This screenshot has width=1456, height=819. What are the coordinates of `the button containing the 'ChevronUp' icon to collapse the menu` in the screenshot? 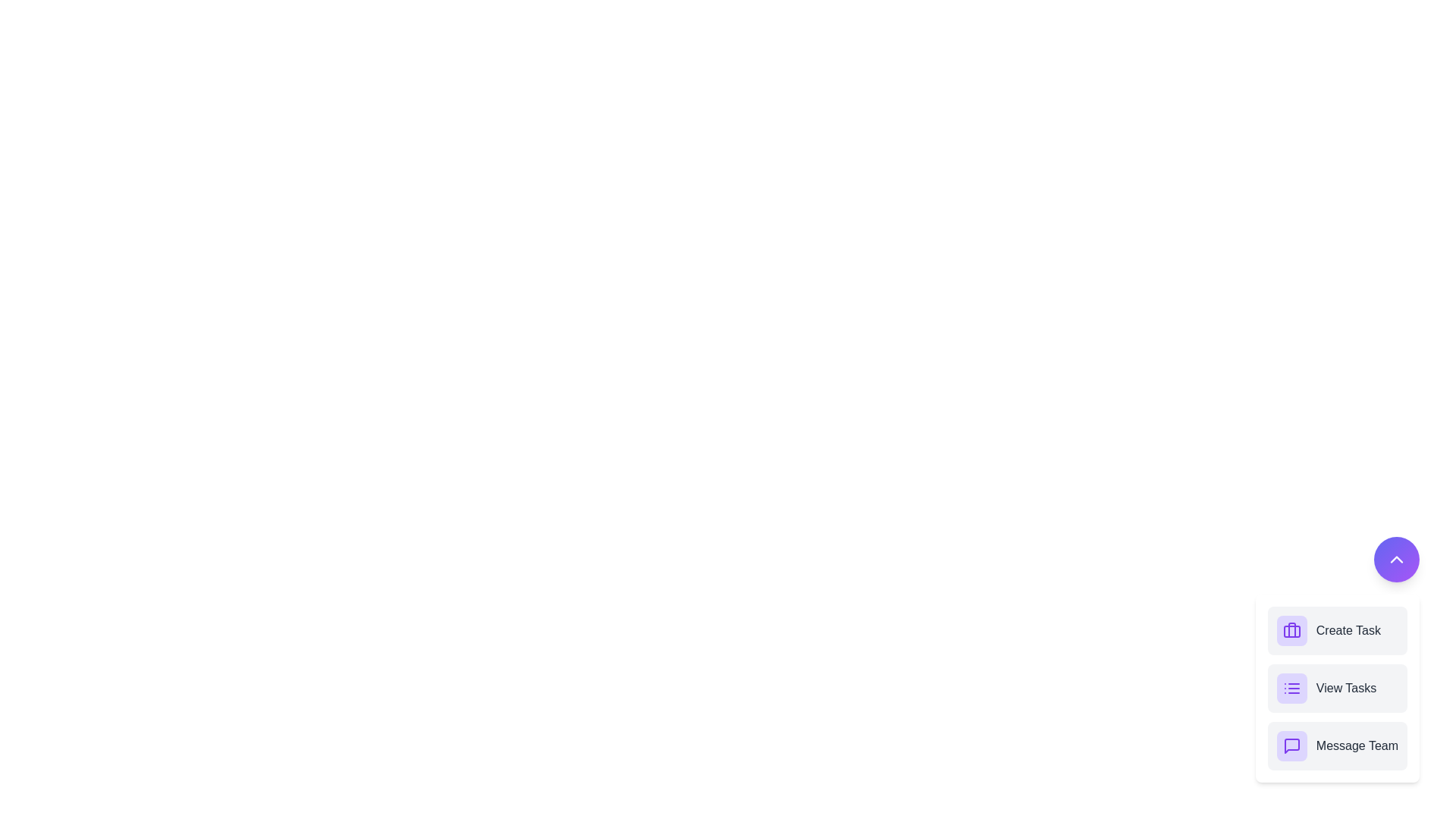 It's located at (1396, 559).